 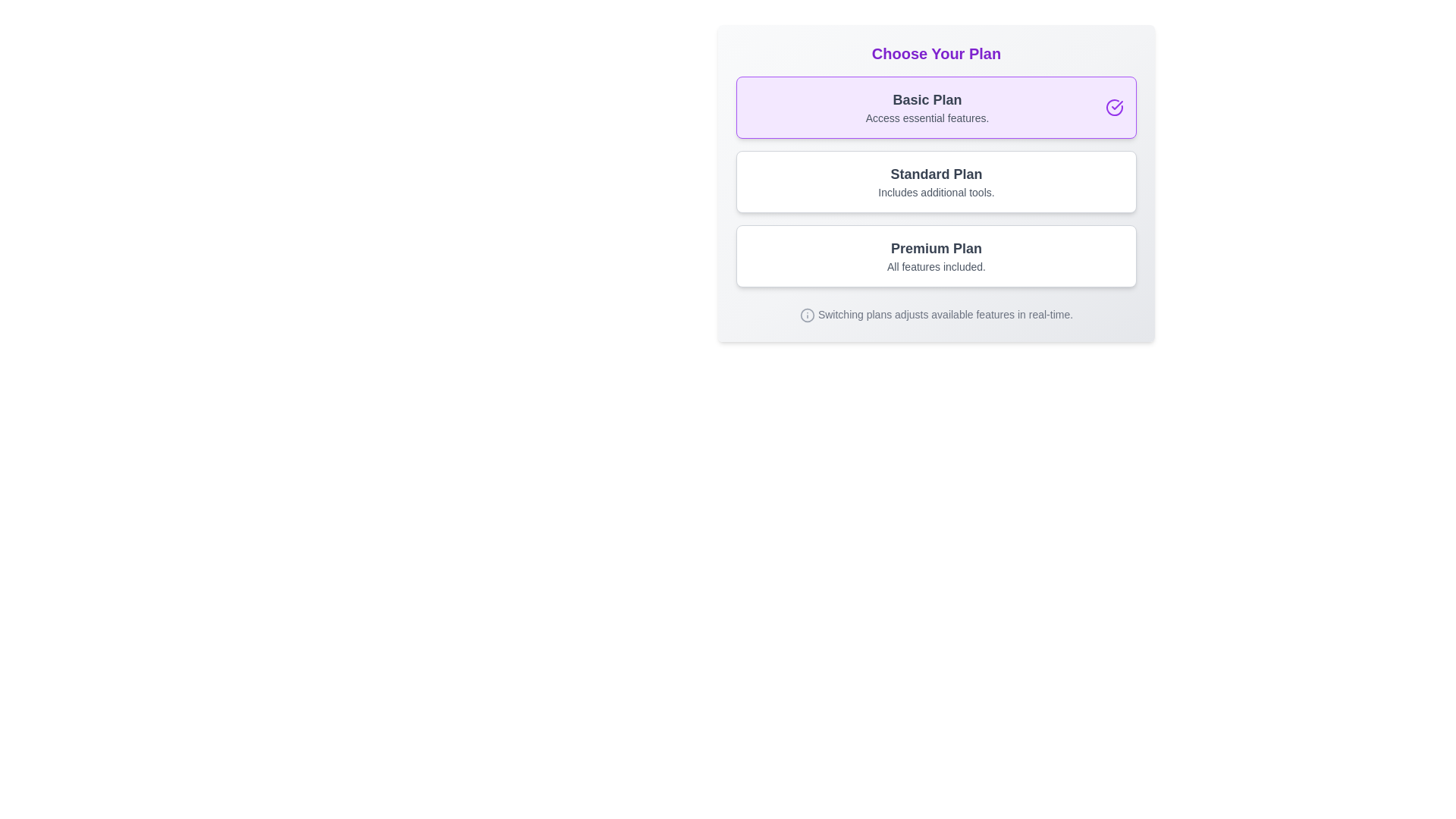 I want to click on the 'Standard Plan' selection card, which is the second card in a vertical list of three cards, so click(x=935, y=183).